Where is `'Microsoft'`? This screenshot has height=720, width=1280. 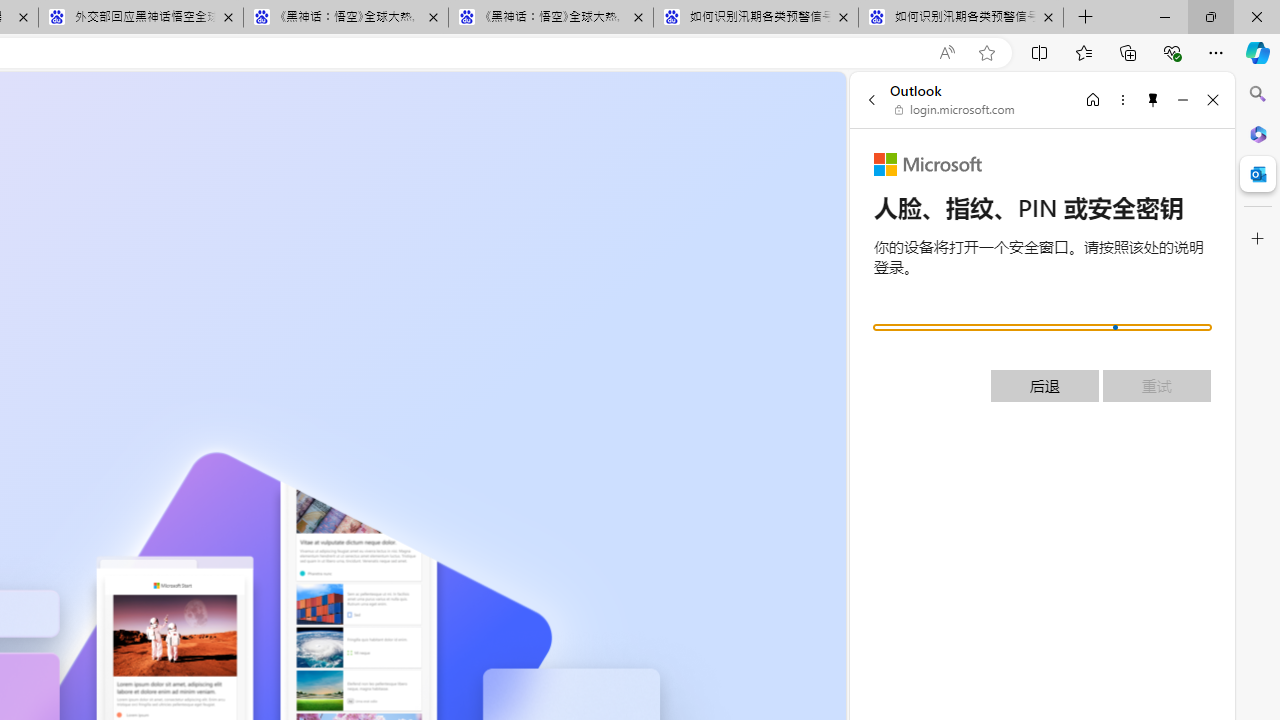 'Microsoft' is located at coordinates (927, 164).